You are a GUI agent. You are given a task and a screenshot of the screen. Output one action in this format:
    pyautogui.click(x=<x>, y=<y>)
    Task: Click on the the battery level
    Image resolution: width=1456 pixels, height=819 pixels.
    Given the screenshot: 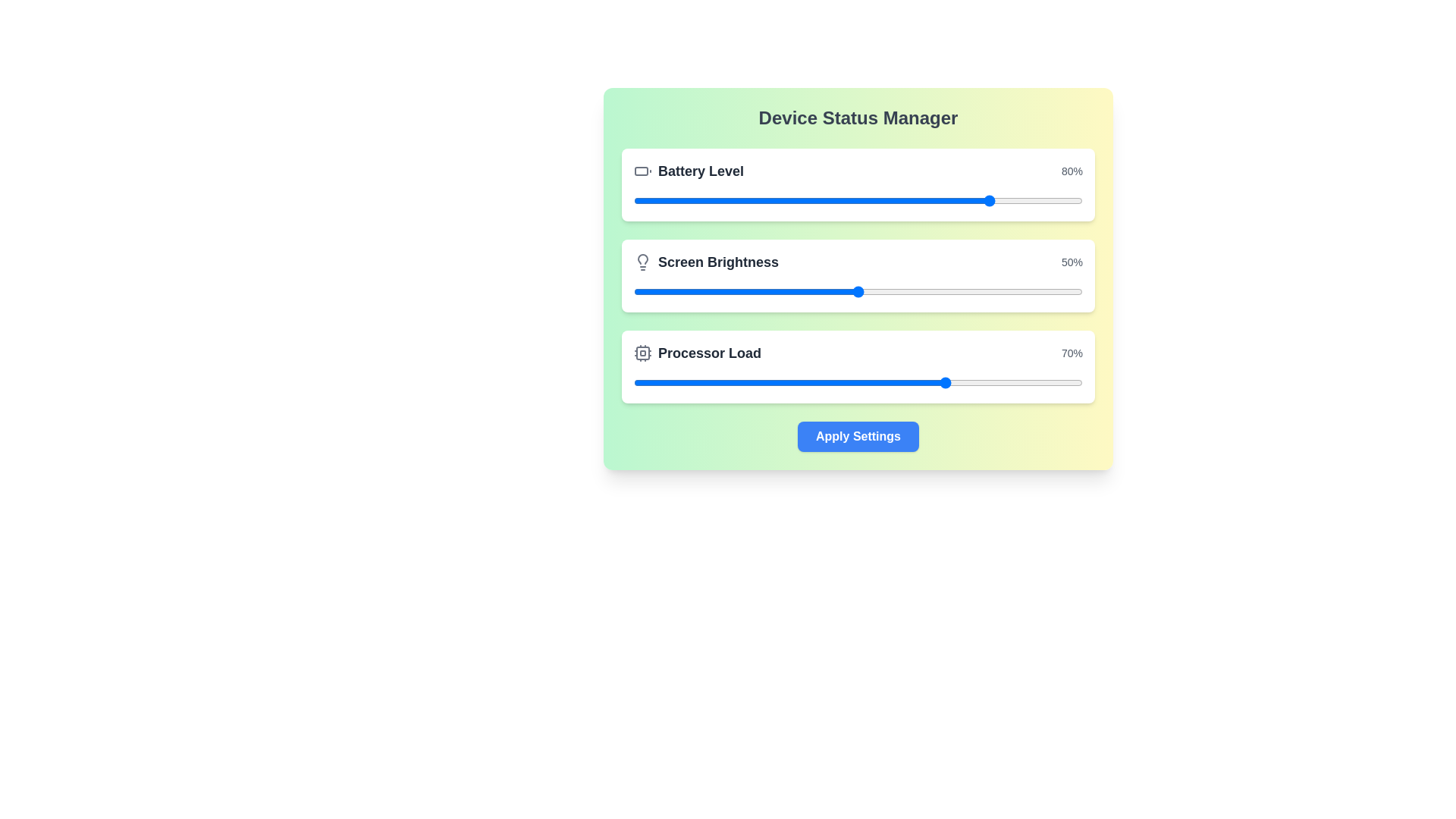 What is the action you would take?
    pyautogui.click(x=812, y=200)
    